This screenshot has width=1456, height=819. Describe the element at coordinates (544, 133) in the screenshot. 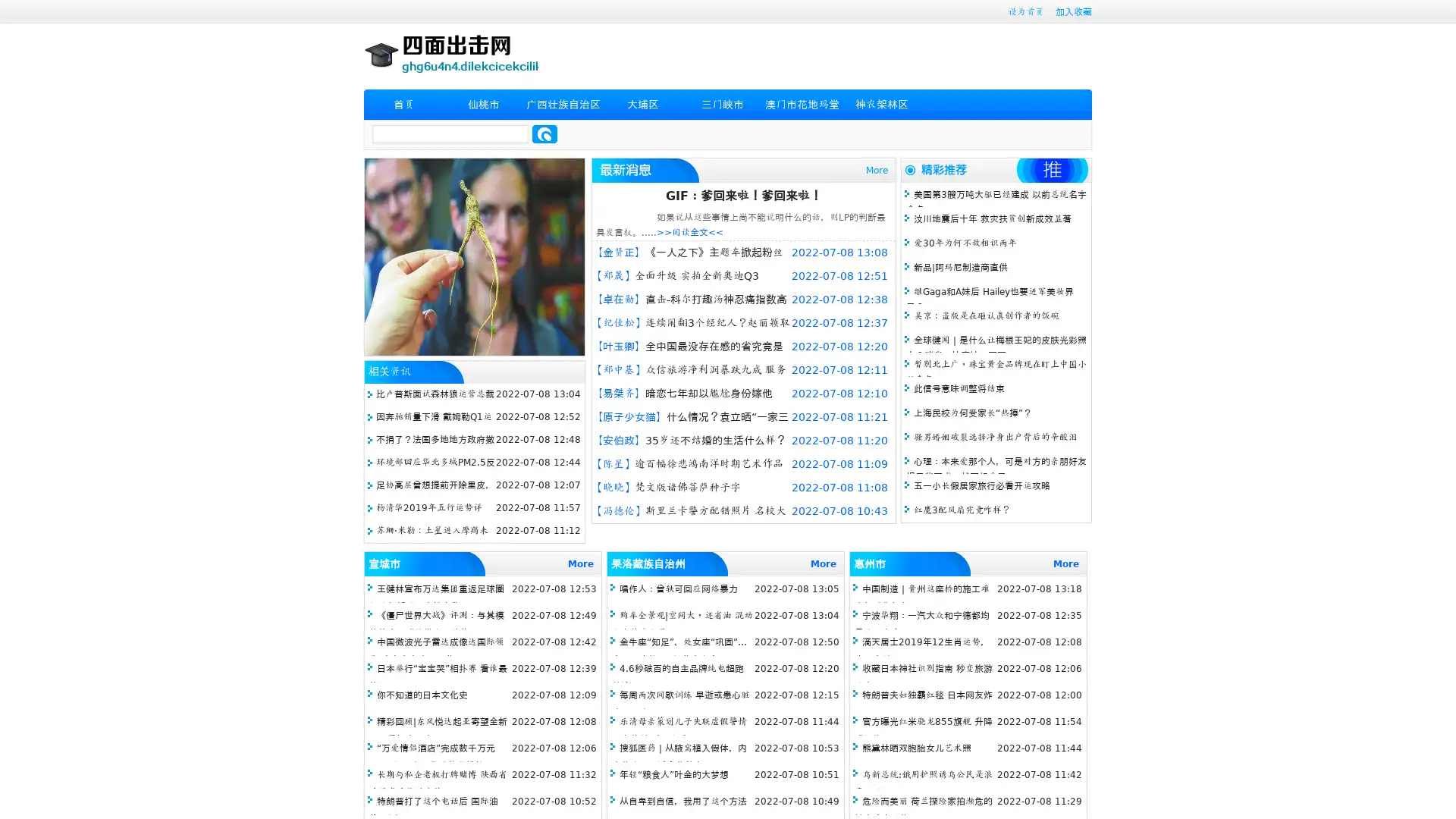

I see `Search` at that location.